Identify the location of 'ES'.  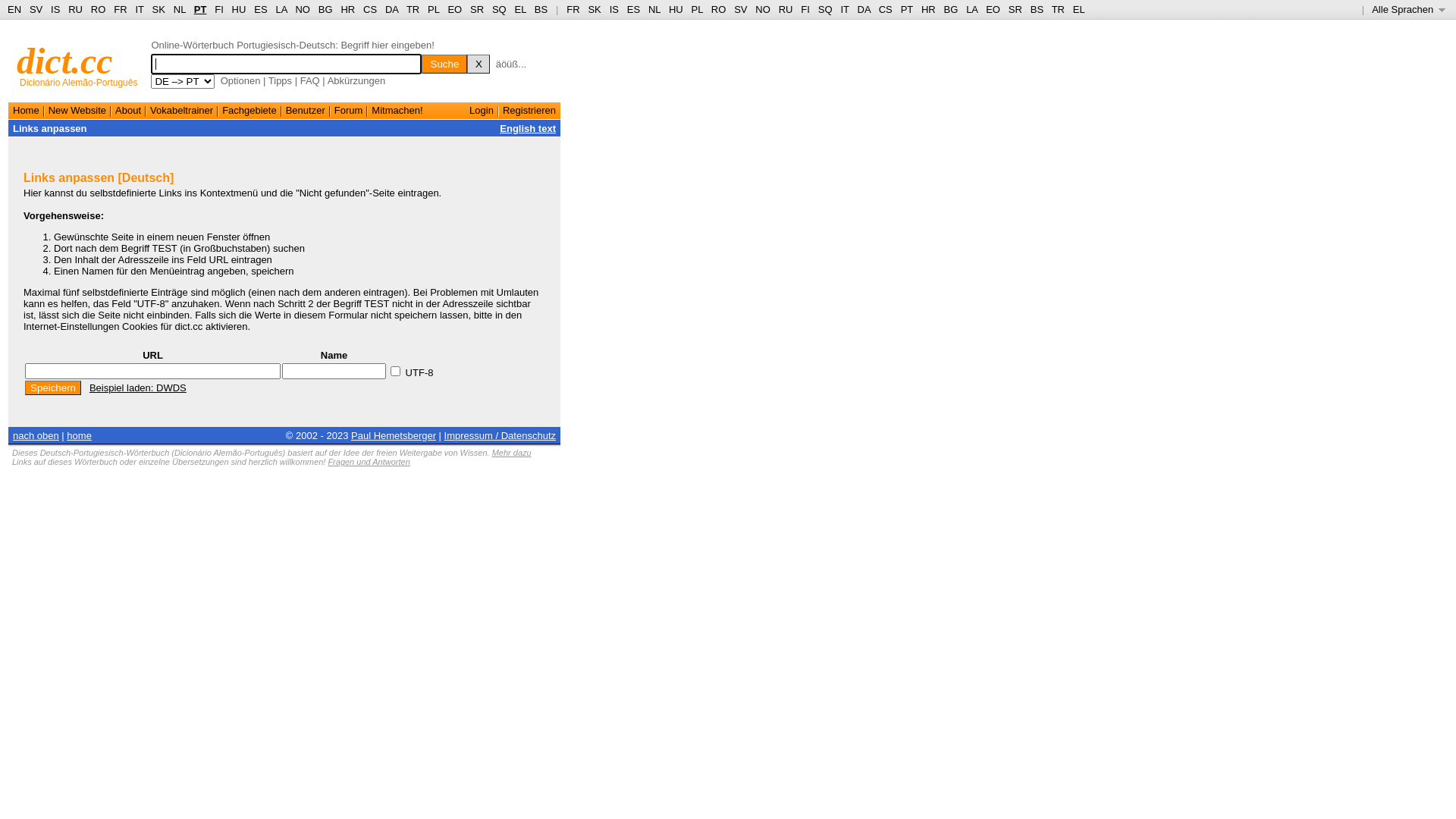
(260, 9).